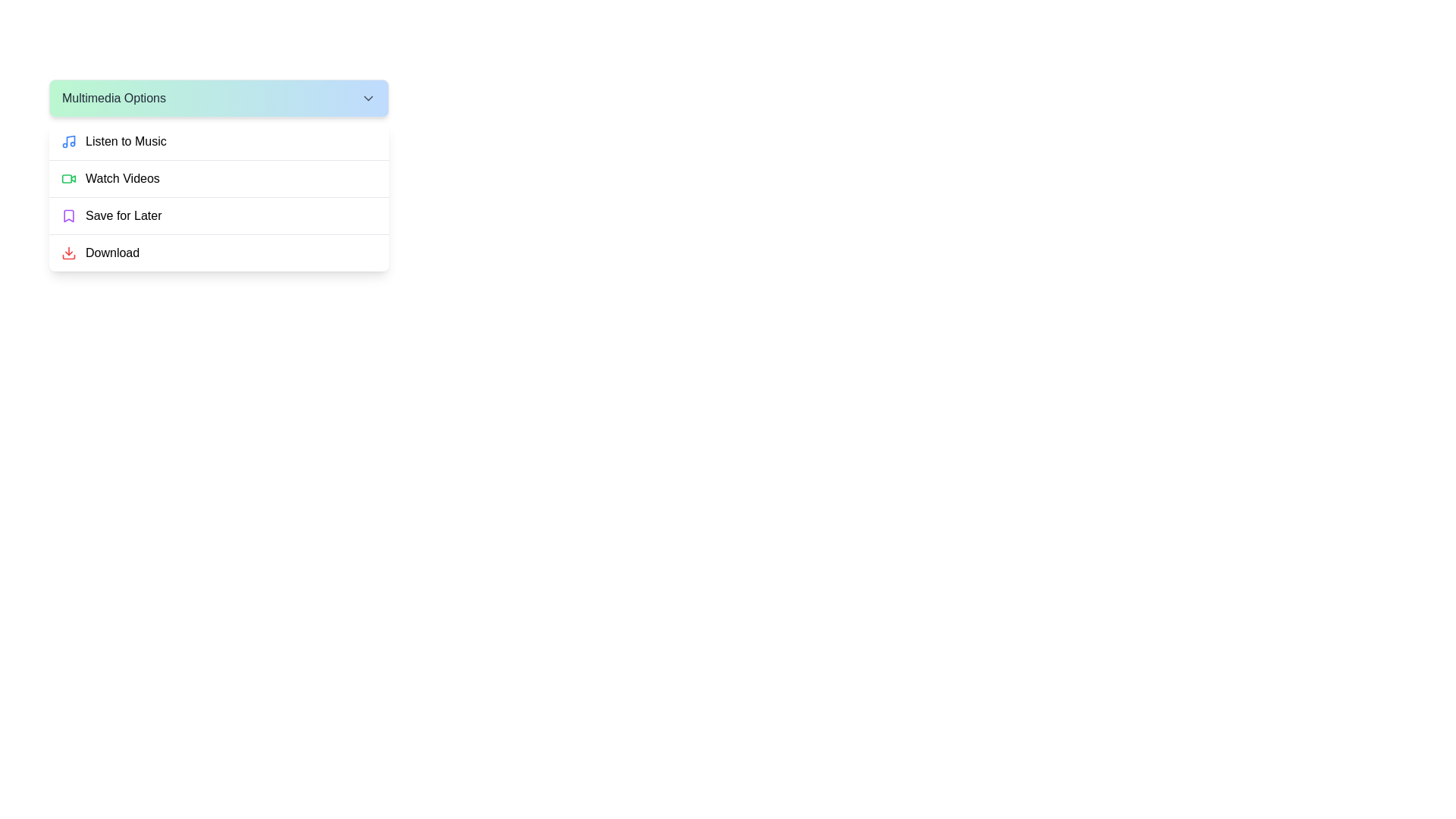  Describe the element at coordinates (66, 177) in the screenshot. I see `the solid rectangular component with slightly rounded corners within the video camera icon, which is positioned slightly to the left and towards the center of the icon` at that location.